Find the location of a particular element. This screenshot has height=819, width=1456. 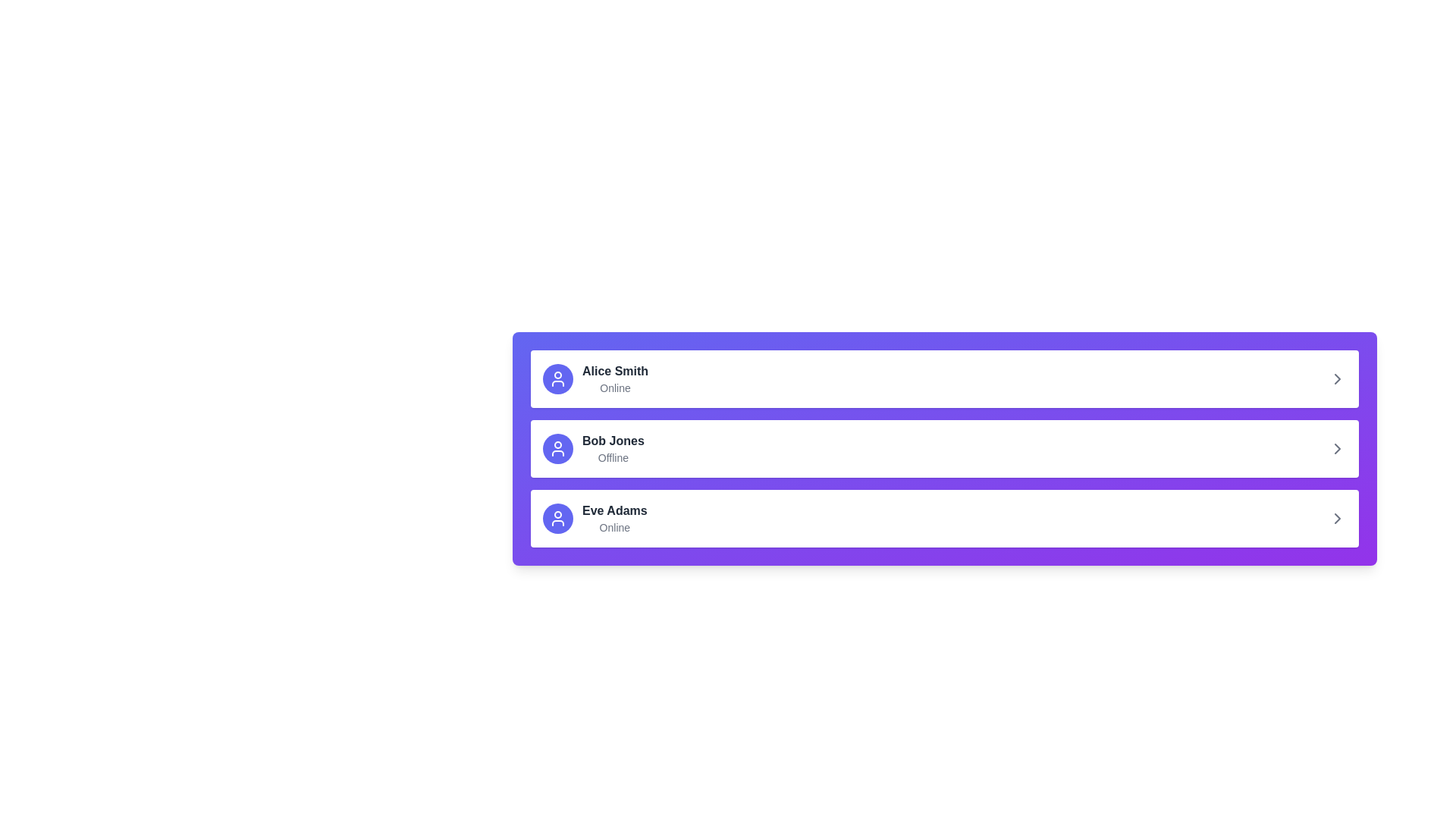

the icon located in the rightmost section of the first list item, which features 'Alice Smith' and the status 'Online' is located at coordinates (1337, 378).